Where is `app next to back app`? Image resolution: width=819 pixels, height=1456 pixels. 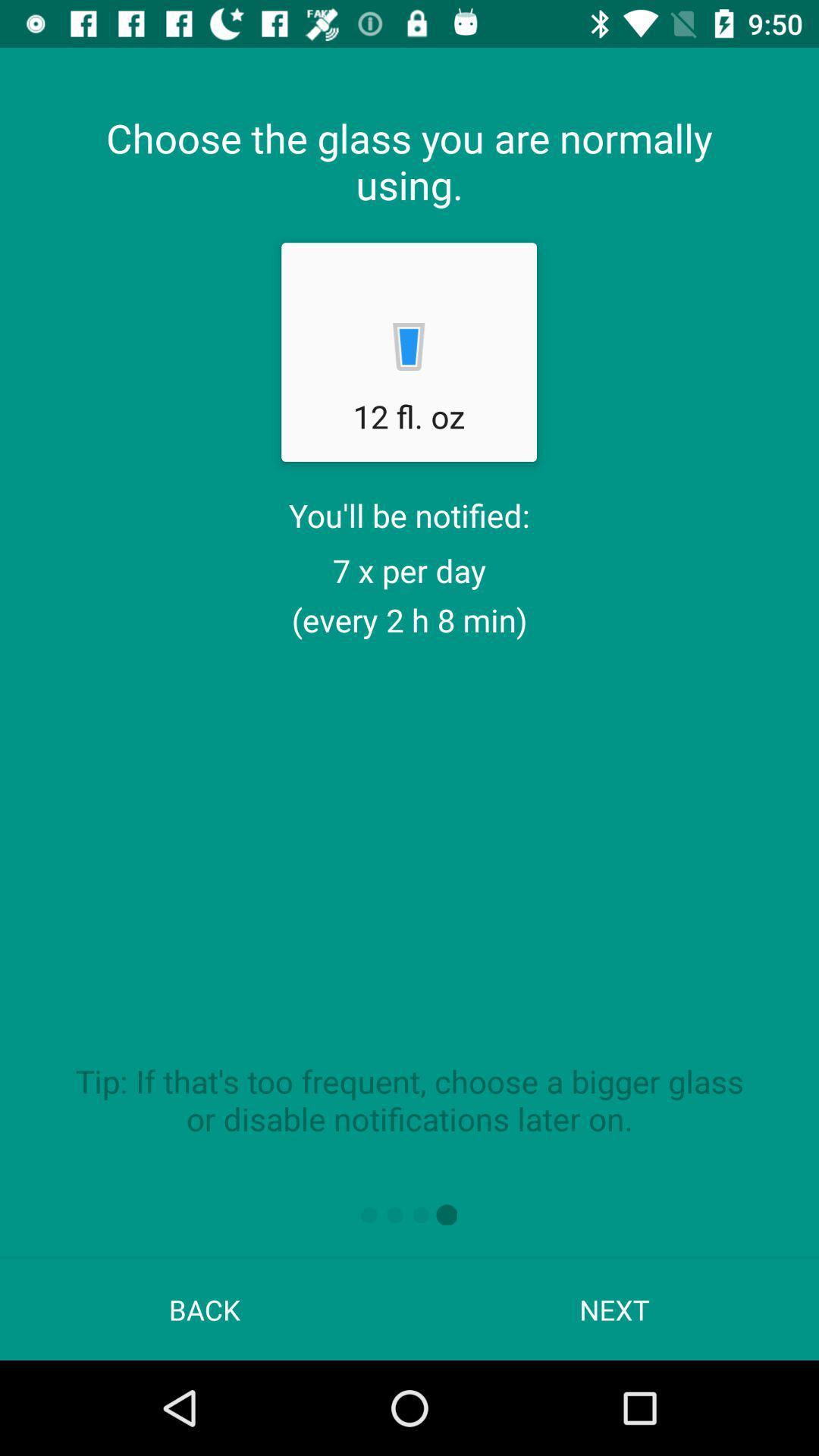
app next to back app is located at coordinates (614, 1309).